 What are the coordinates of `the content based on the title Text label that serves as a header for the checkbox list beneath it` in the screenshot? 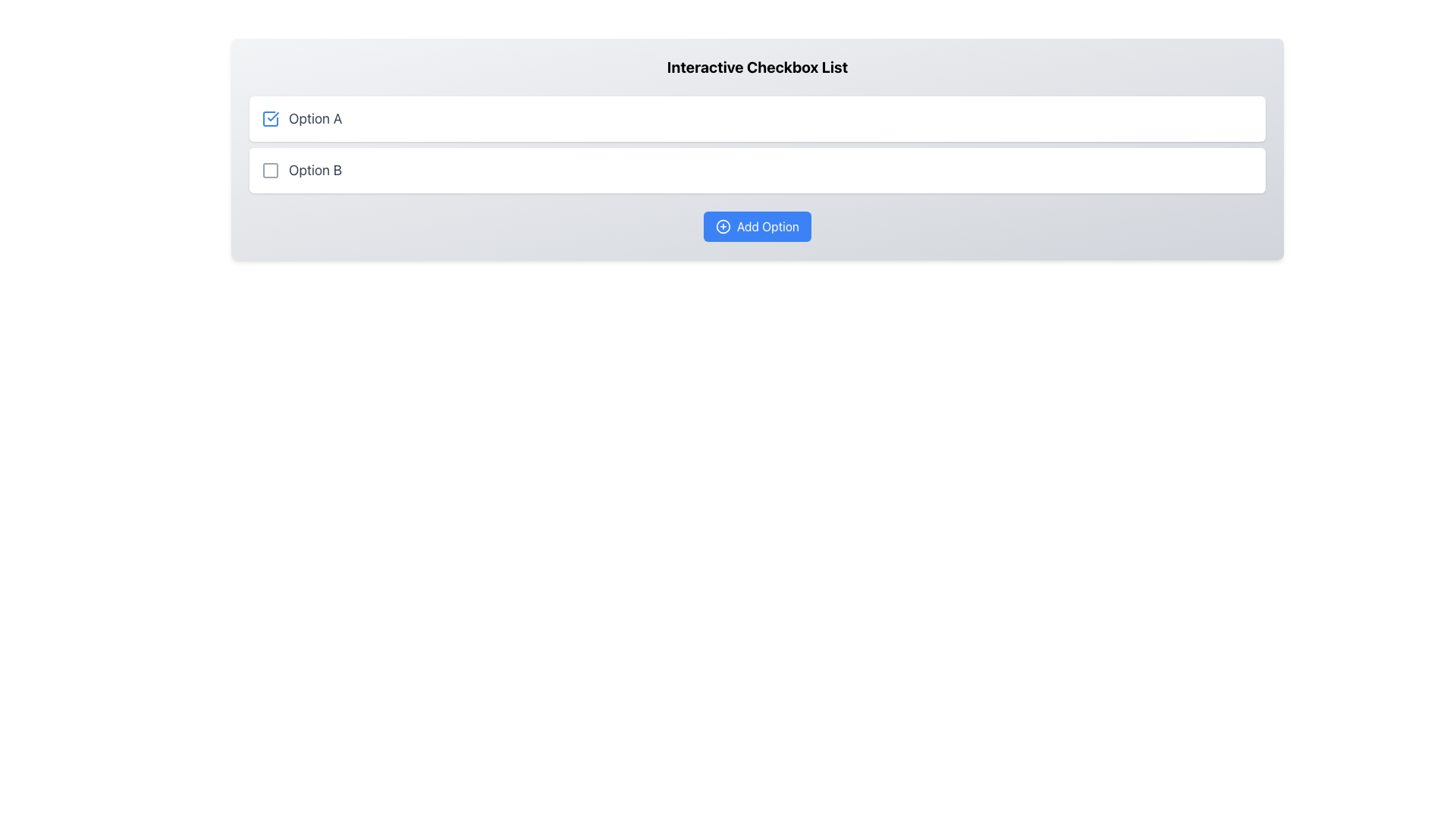 It's located at (757, 66).